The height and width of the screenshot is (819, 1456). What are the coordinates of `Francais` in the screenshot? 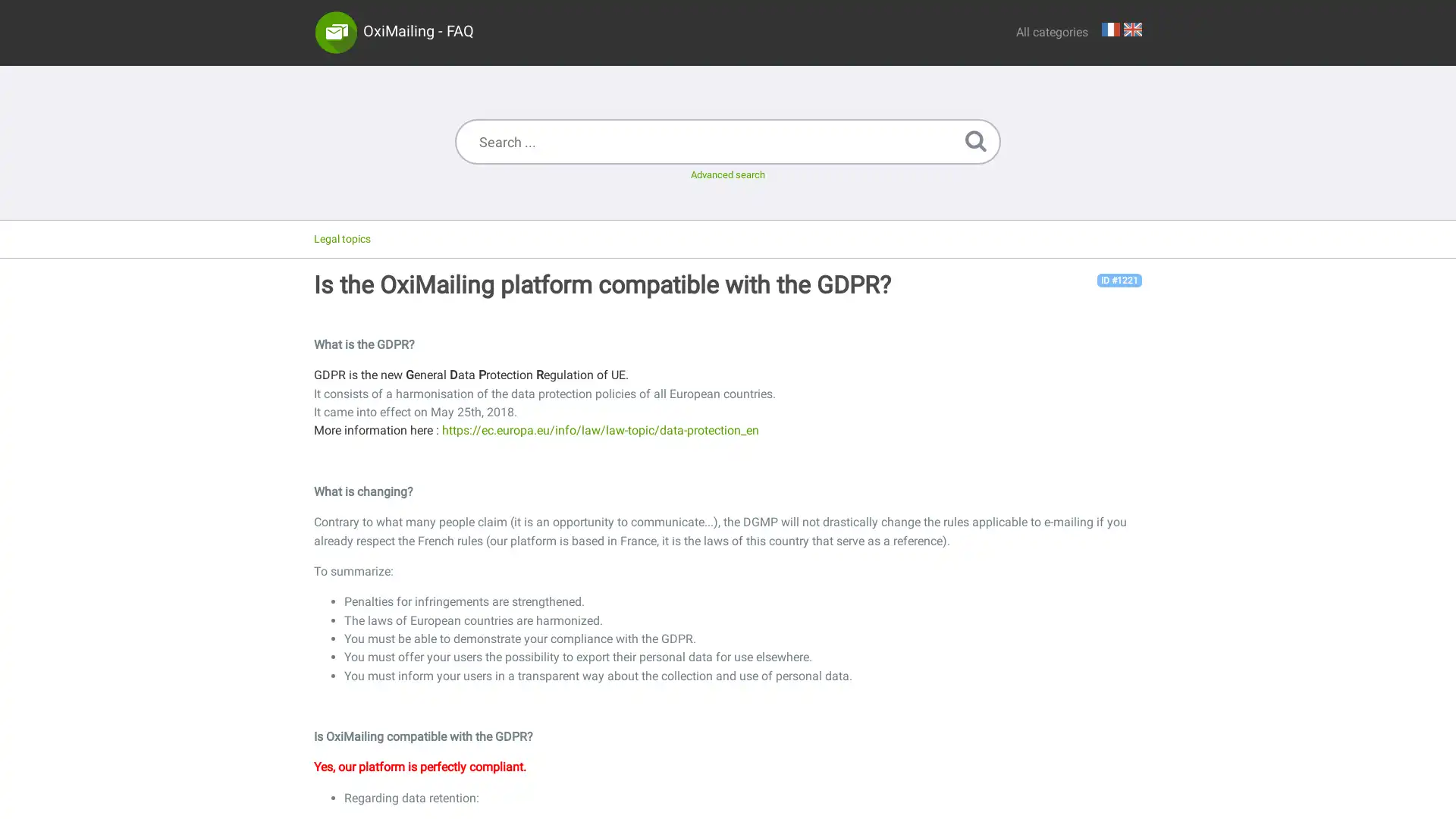 It's located at (1110, 29).